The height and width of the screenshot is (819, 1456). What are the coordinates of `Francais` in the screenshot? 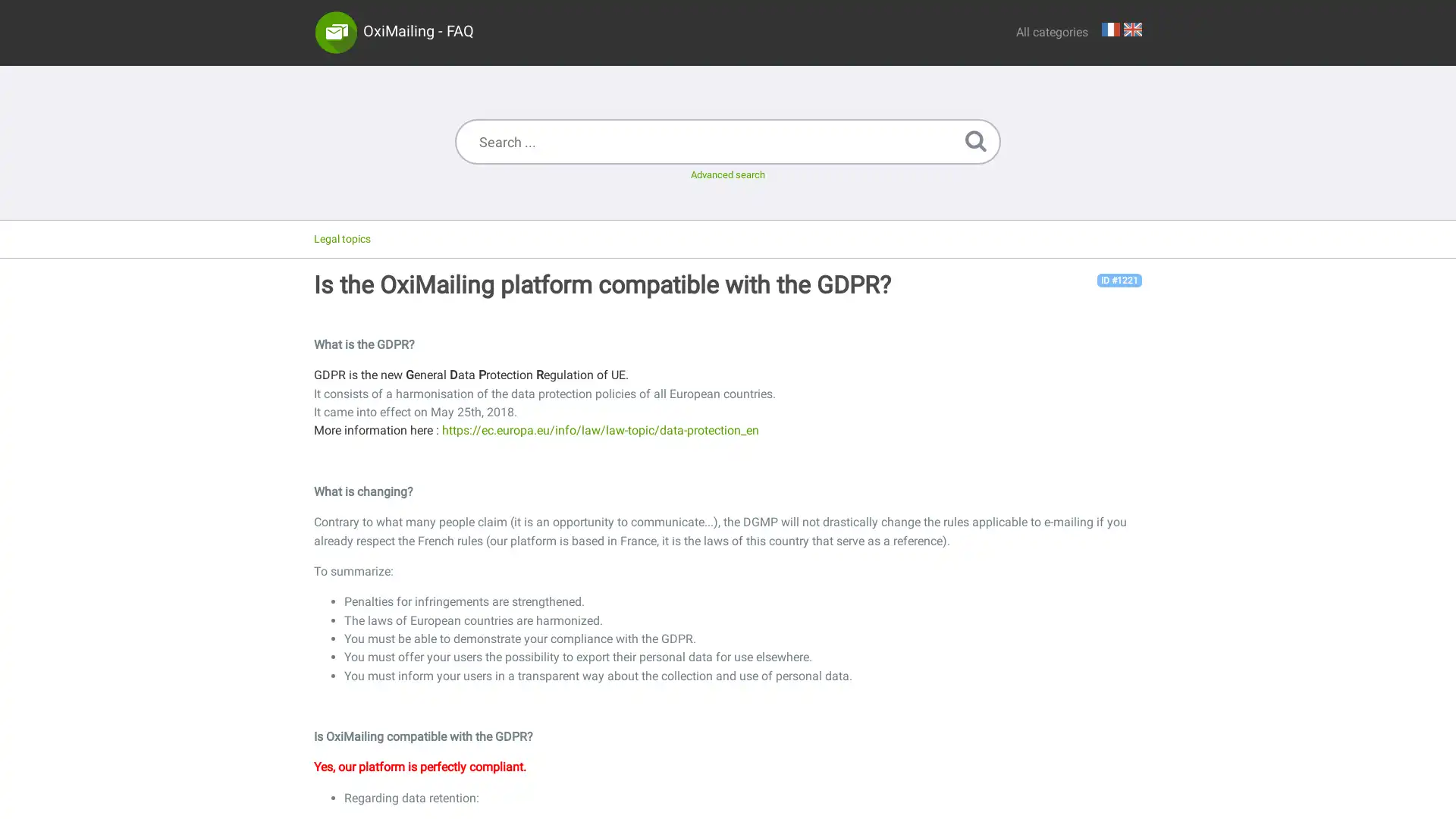 It's located at (1110, 29).